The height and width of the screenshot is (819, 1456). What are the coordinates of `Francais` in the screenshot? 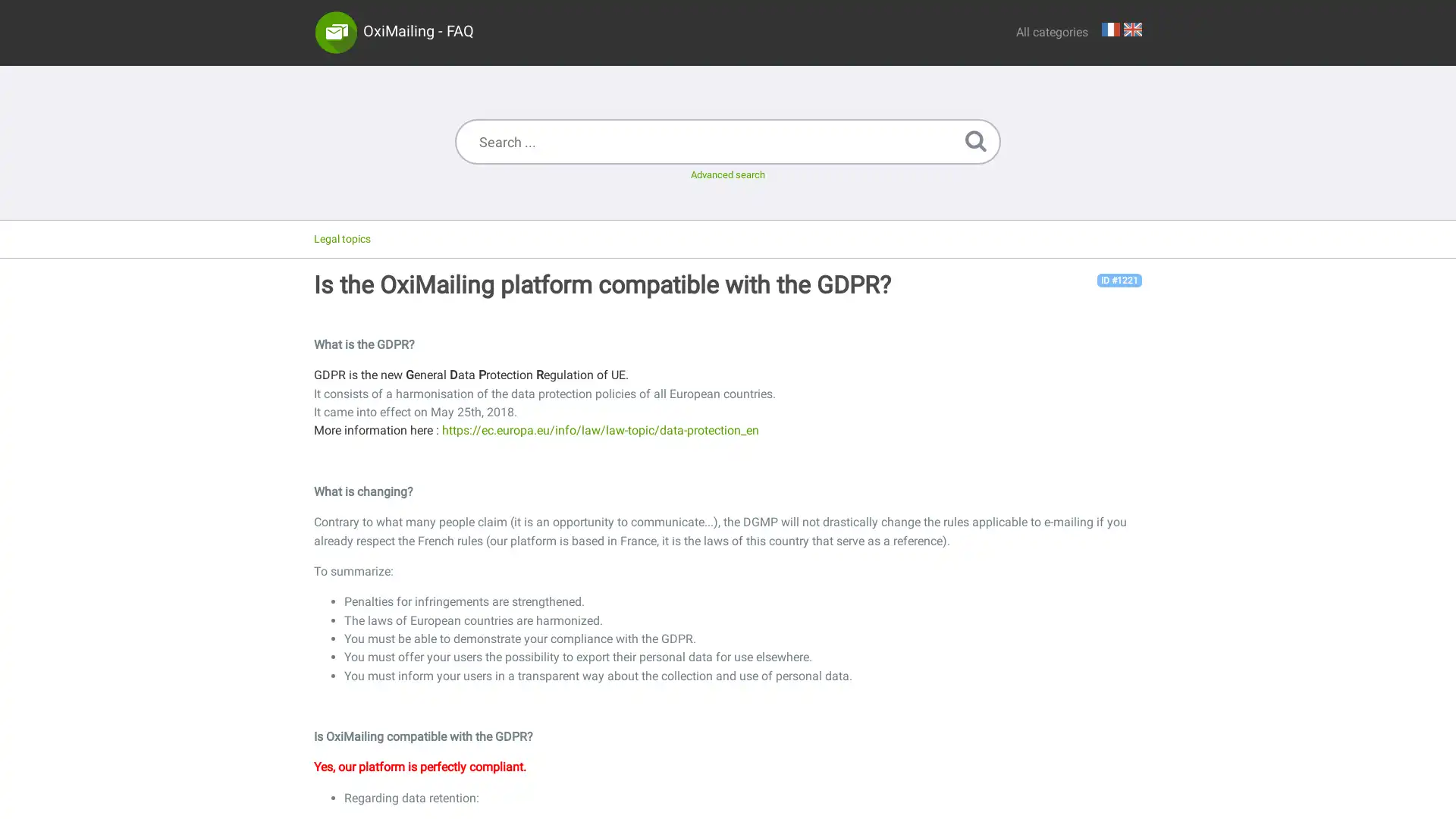 It's located at (1110, 29).